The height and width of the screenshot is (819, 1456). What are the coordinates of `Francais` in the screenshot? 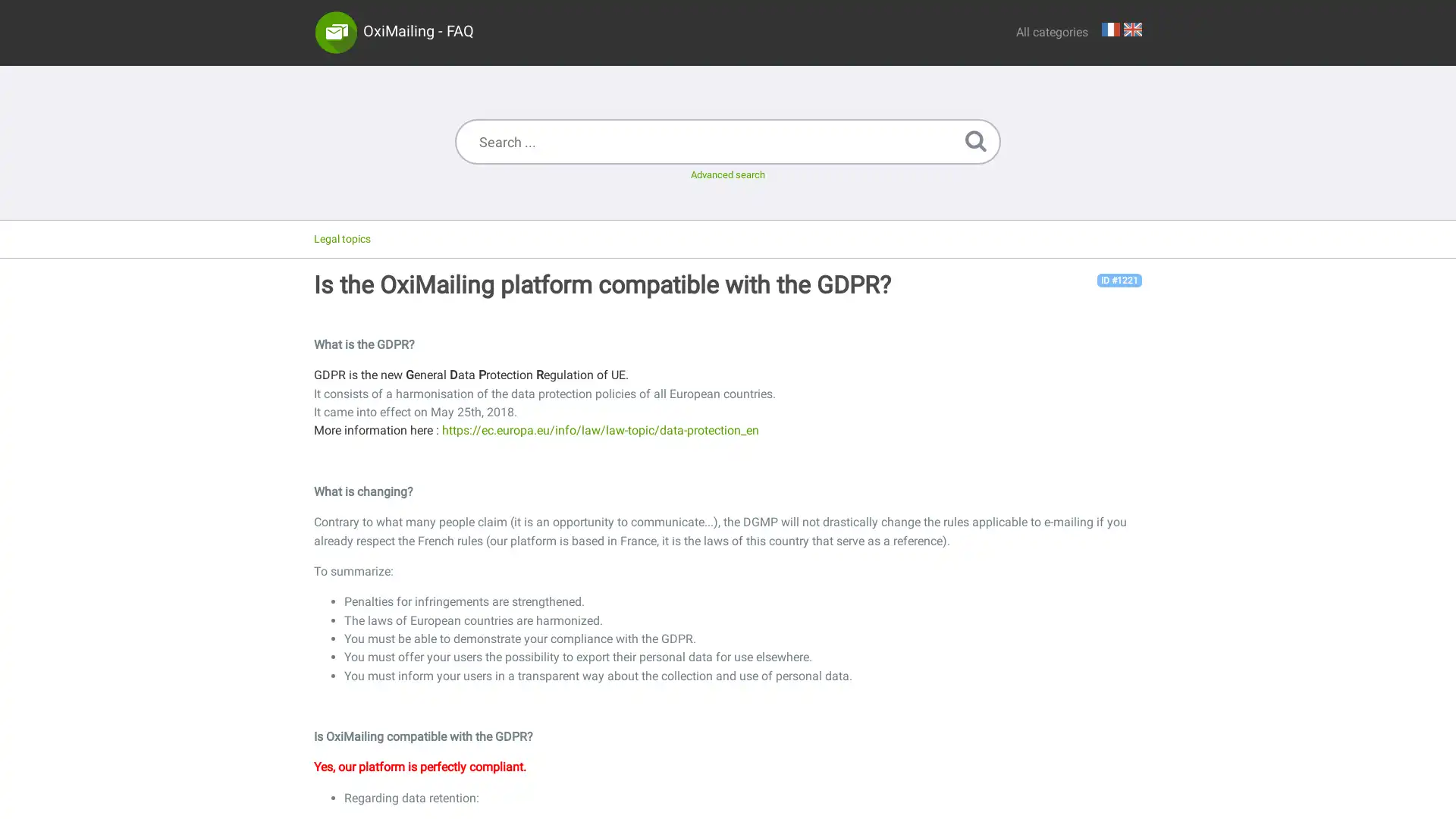 It's located at (1110, 29).